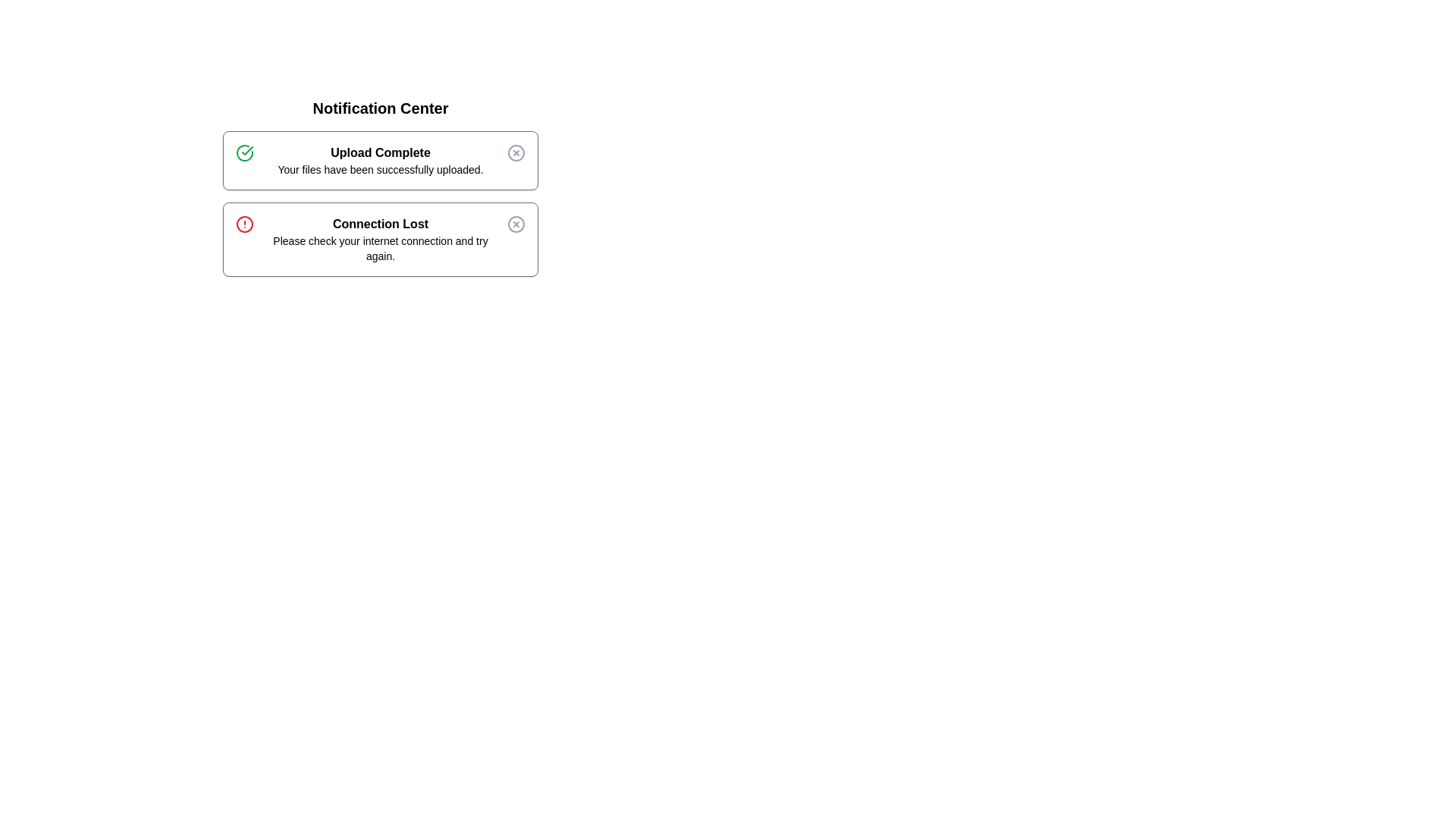 The width and height of the screenshot is (1456, 819). Describe the element at coordinates (381, 161) in the screenshot. I see `the text of the alert titled 'Upload Complete'` at that location.